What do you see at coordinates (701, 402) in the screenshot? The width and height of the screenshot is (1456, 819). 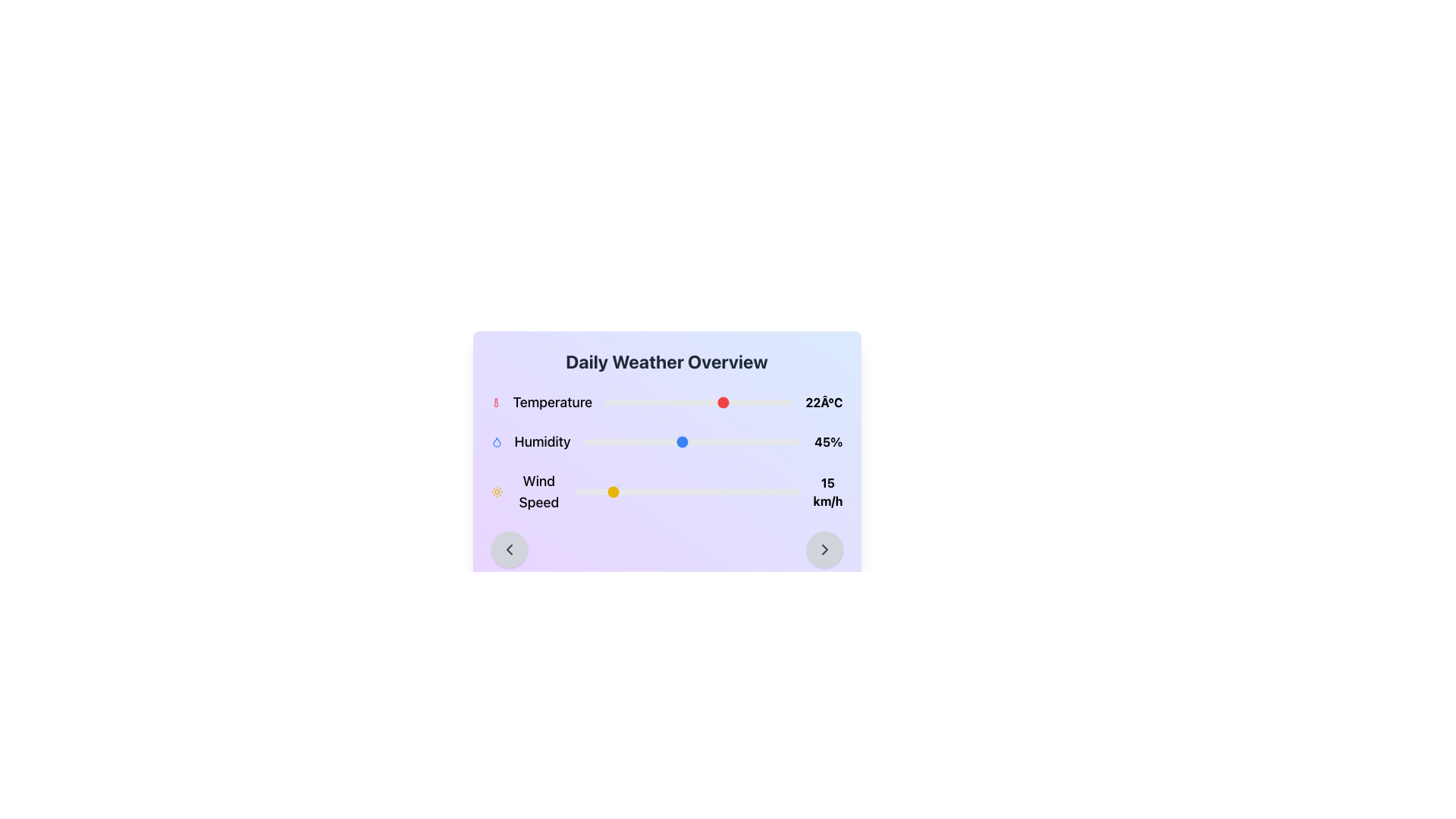 I see `the Temperature slider` at bounding box center [701, 402].